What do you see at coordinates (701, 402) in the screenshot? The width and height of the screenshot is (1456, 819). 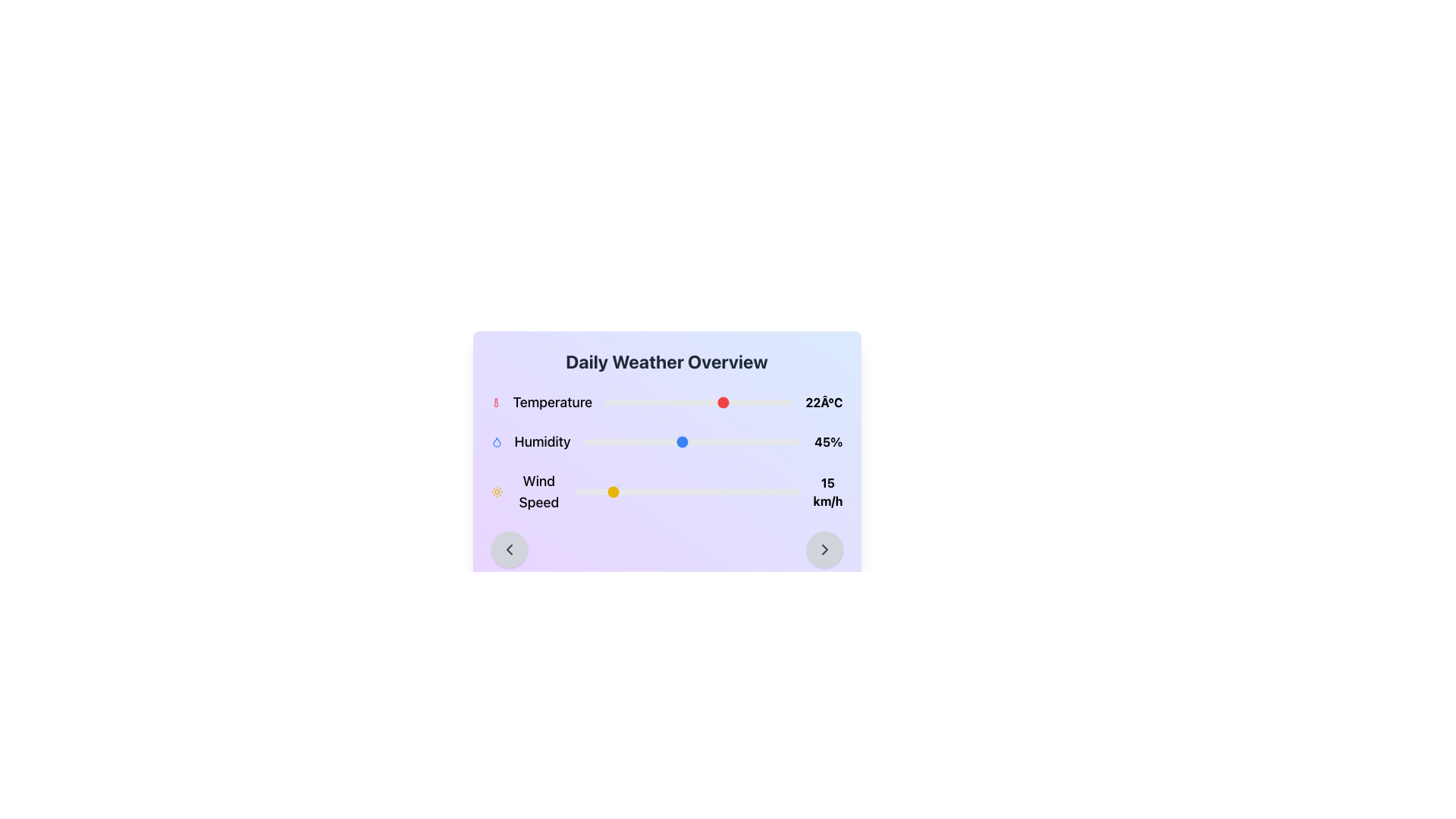 I see `the Temperature slider` at bounding box center [701, 402].